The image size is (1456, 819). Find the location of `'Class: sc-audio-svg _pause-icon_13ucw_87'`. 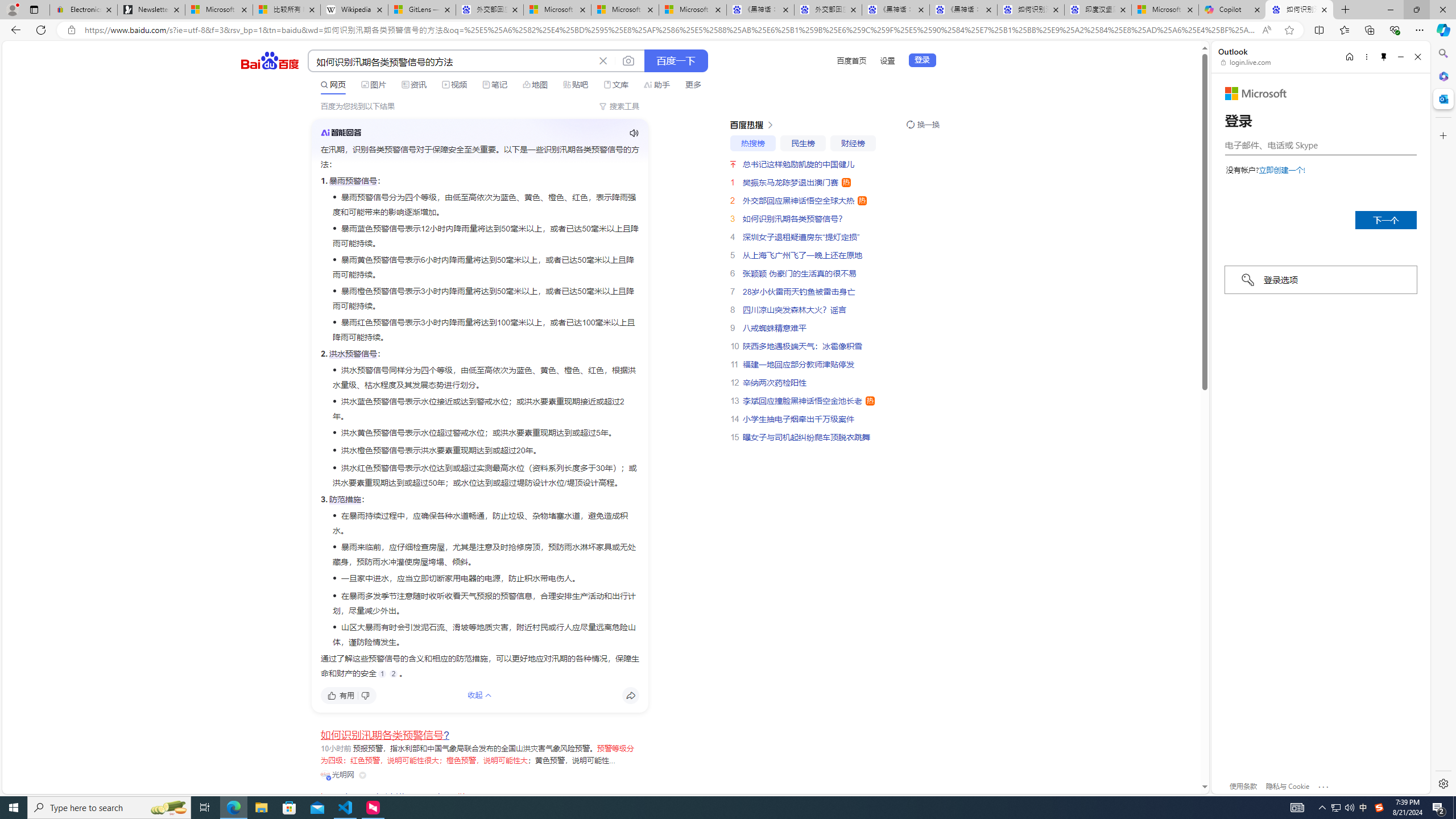

'Class: sc-audio-svg _pause-icon_13ucw_87' is located at coordinates (633, 133).